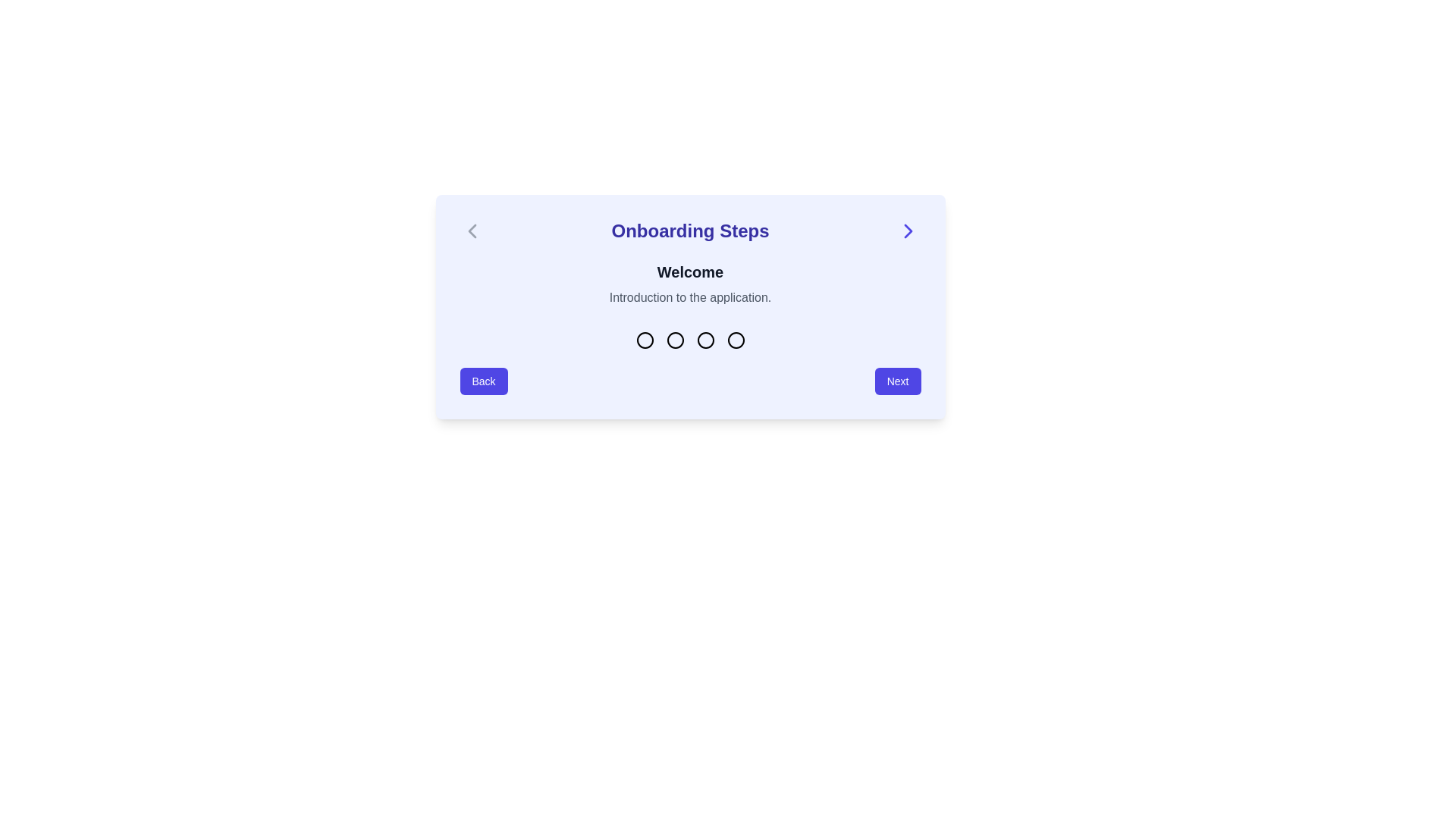 Image resolution: width=1456 pixels, height=819 pixels. Describe the element at coordinates (674, 339) in the screenshot. I see `the state of the third circular icon in a multi-step progress indicator located at the center of the panel` at that location.